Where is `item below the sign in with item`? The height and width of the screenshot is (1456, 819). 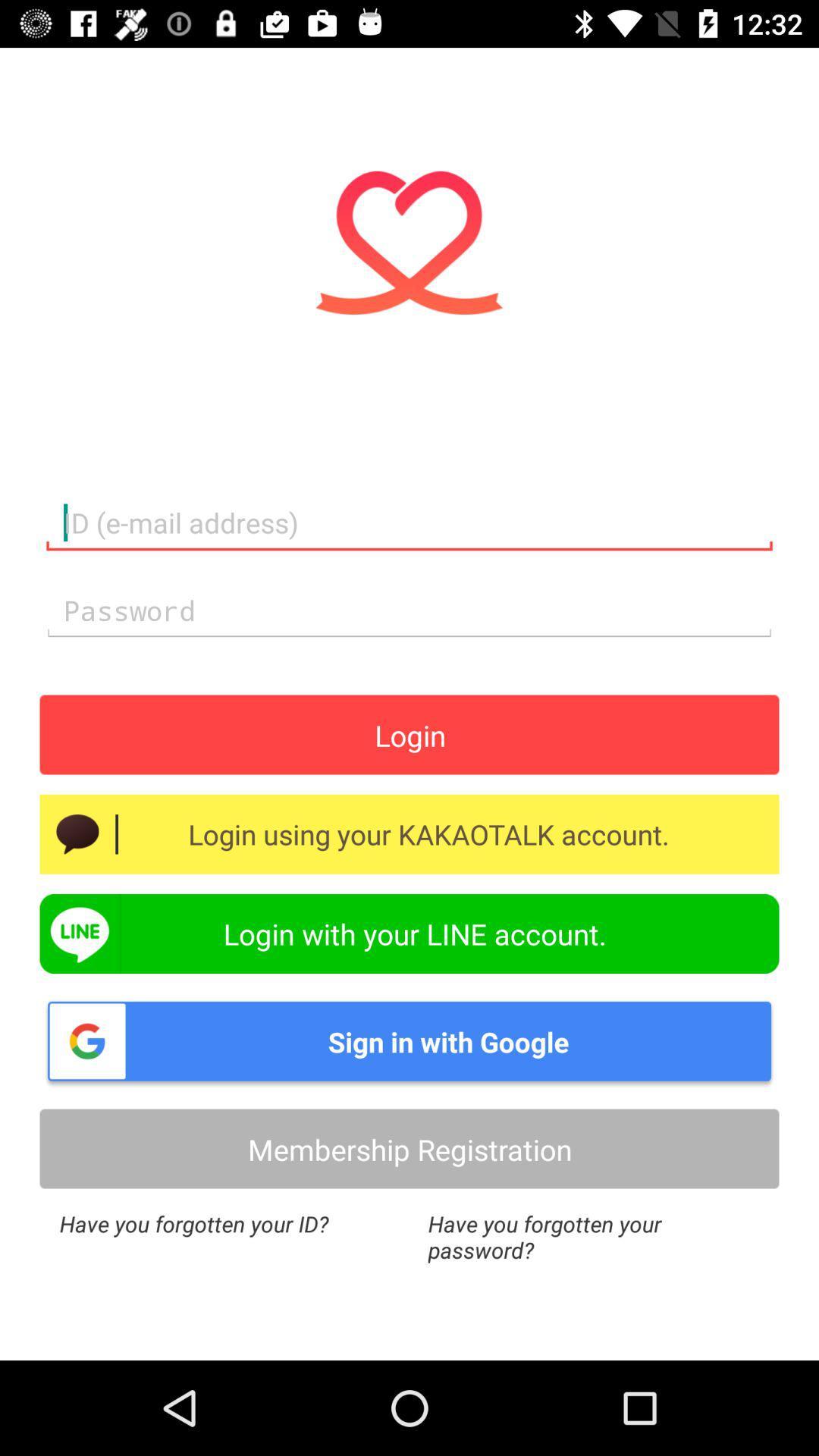
item below the sign in with item is located at coordinates (409, 1149).